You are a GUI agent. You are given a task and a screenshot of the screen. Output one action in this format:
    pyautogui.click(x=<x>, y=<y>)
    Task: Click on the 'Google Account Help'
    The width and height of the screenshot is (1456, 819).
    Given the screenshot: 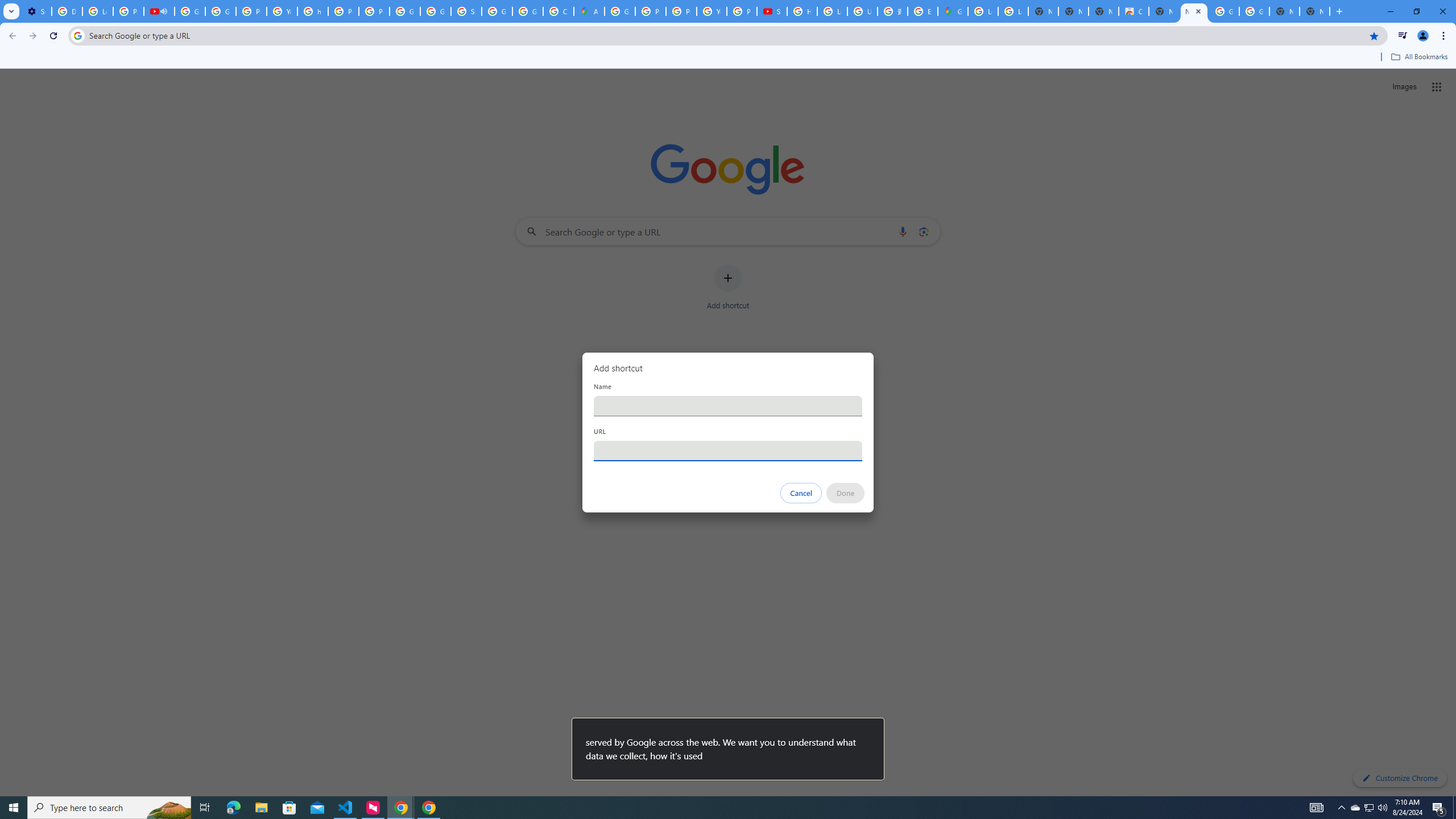 What is the action you would take?
    pyautogui.click(x=190, y=11)
    